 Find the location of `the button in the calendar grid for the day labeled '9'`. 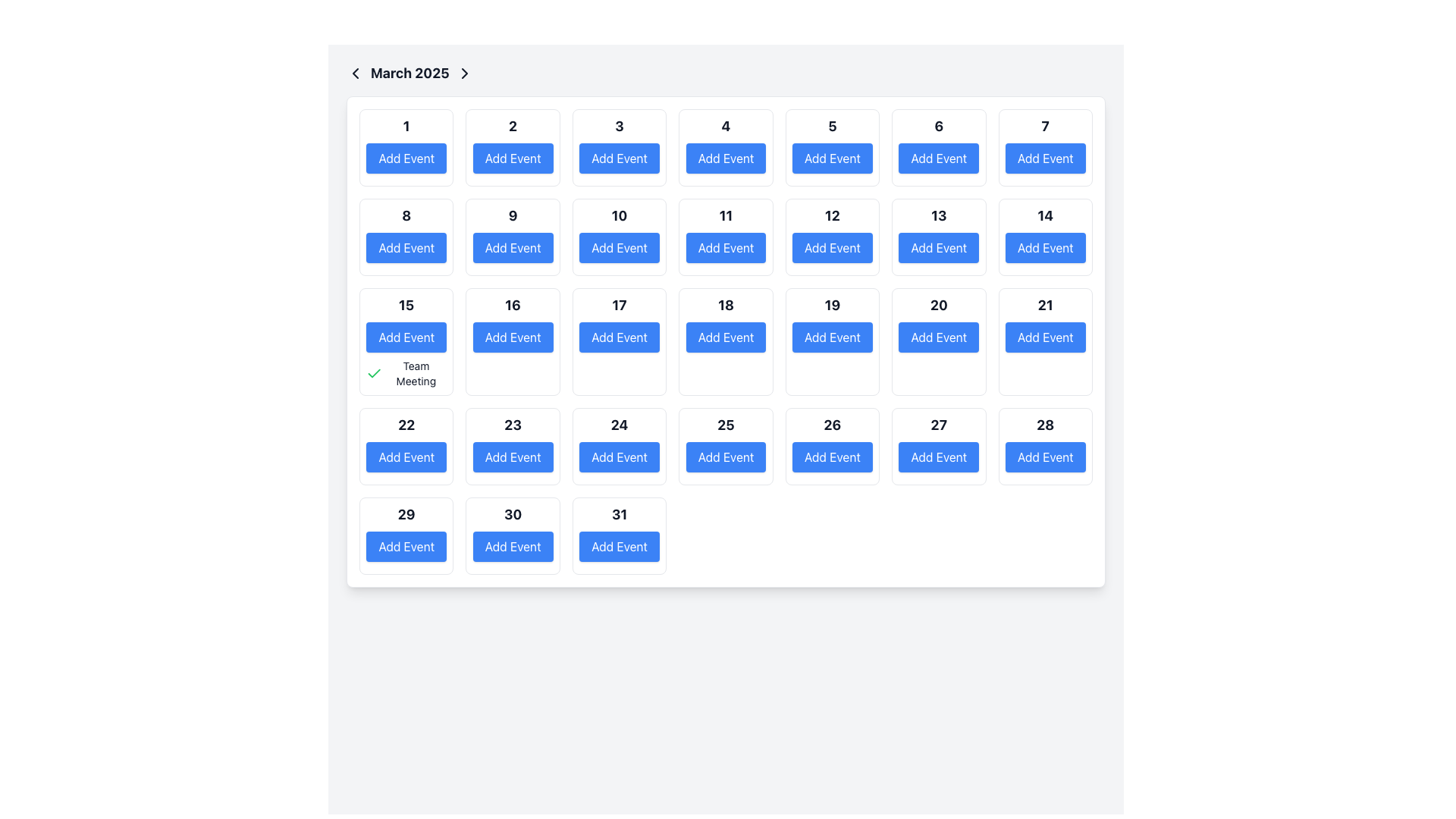

the button in the calendar grid for the day labeled '9' is located at coordinates (513, 247).